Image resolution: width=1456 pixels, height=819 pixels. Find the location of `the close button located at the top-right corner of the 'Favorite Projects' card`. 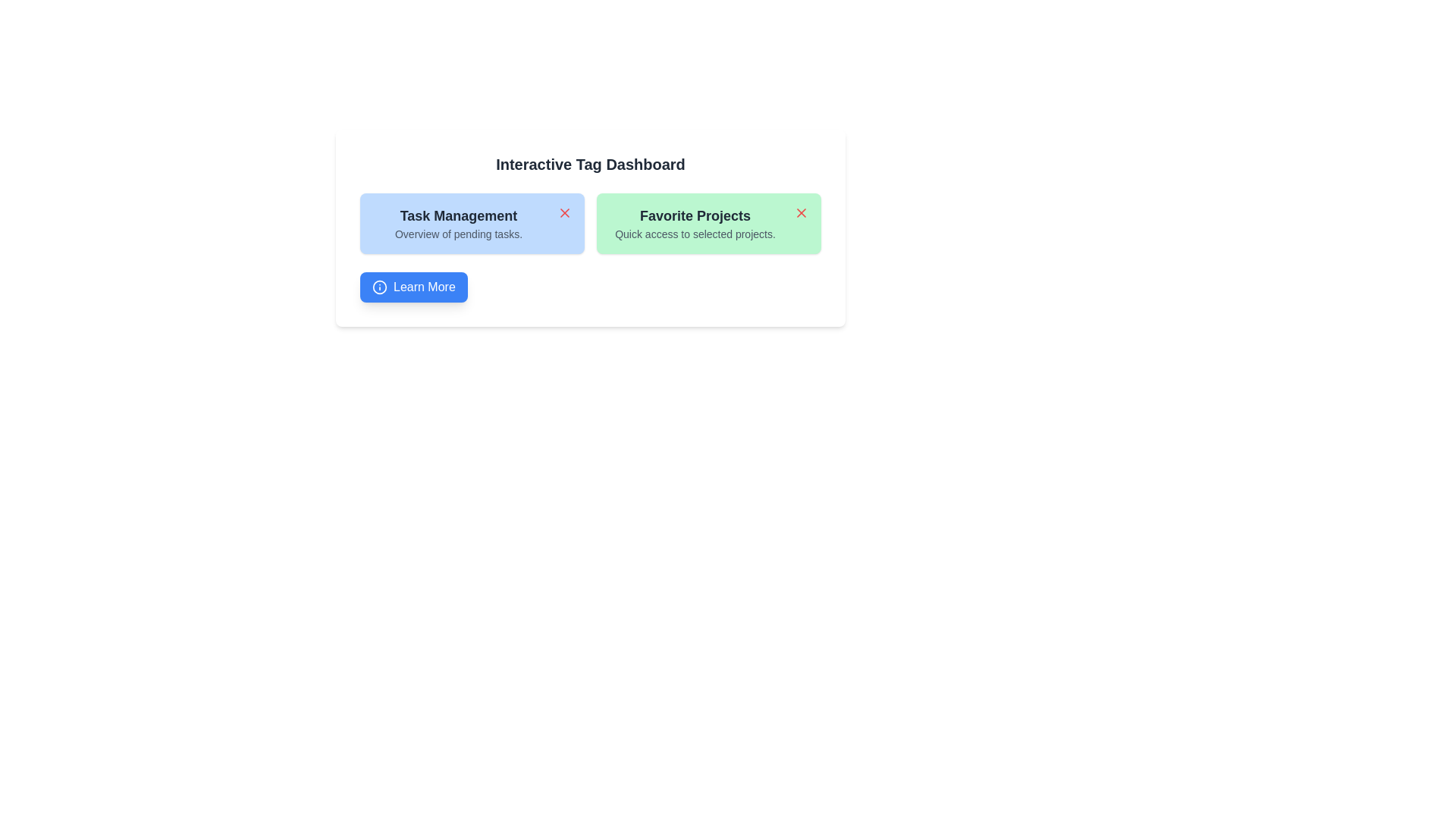

the close button located at the top-right corner of the 'Favorite Projects' card is located at coordinates (800, 213).